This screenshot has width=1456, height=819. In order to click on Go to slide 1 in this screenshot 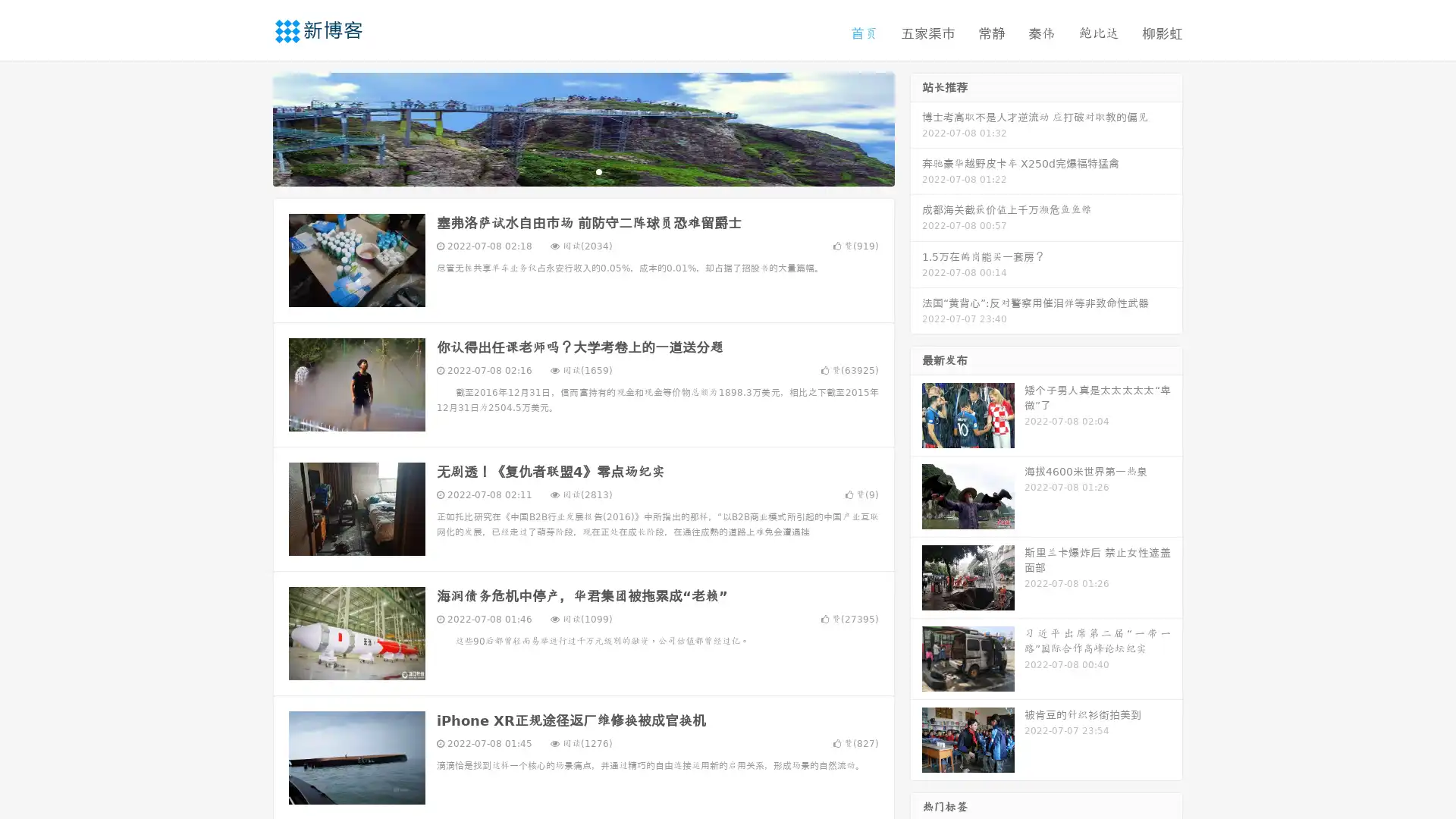, I will do `click(567, 171)`.